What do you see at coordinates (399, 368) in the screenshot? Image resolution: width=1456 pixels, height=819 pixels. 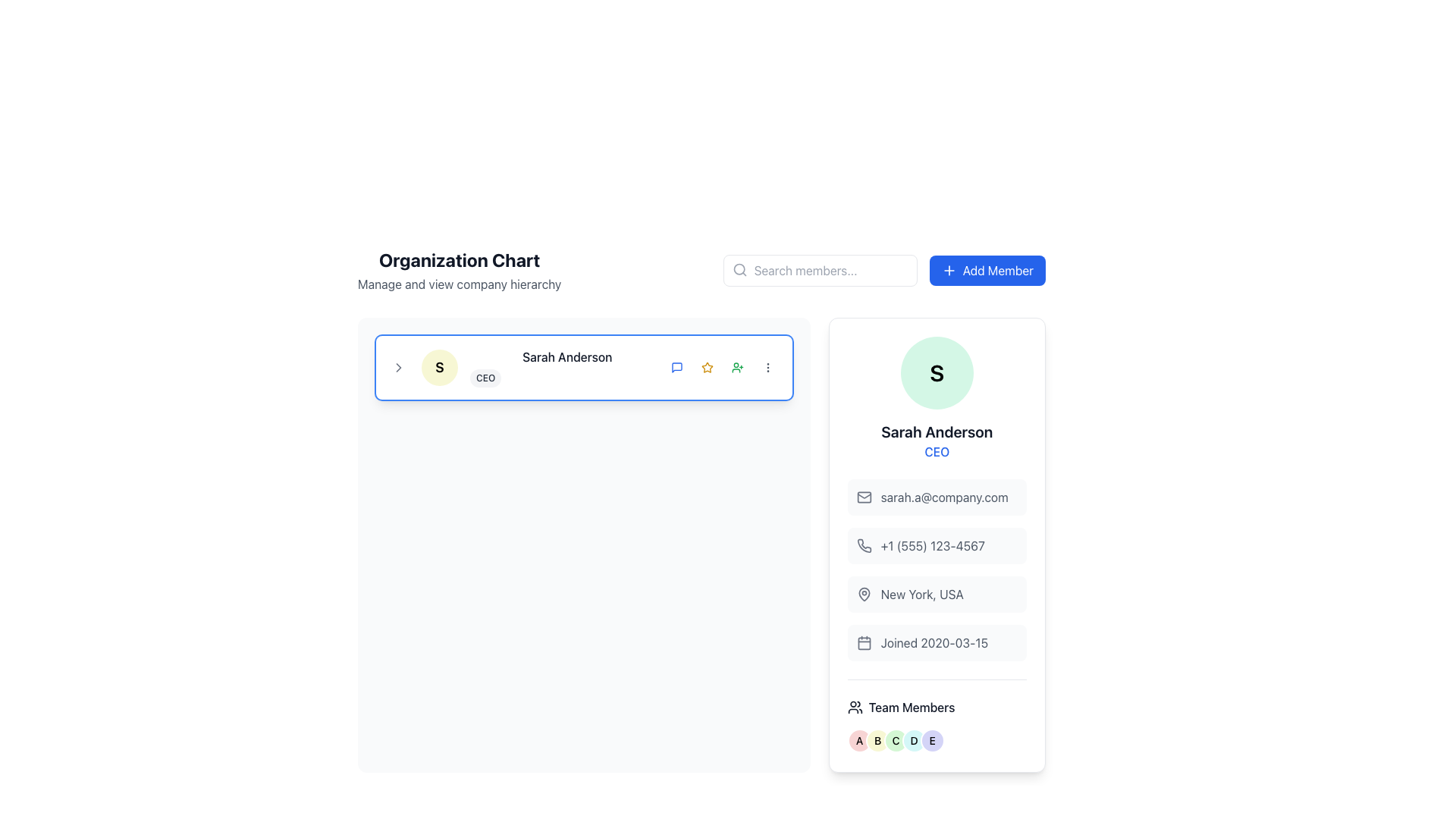 I see `the right-facing chevron icon button located on the leftmost side of a horizontally-aligned row within an organization chart card` at bounding box center [399, 368].